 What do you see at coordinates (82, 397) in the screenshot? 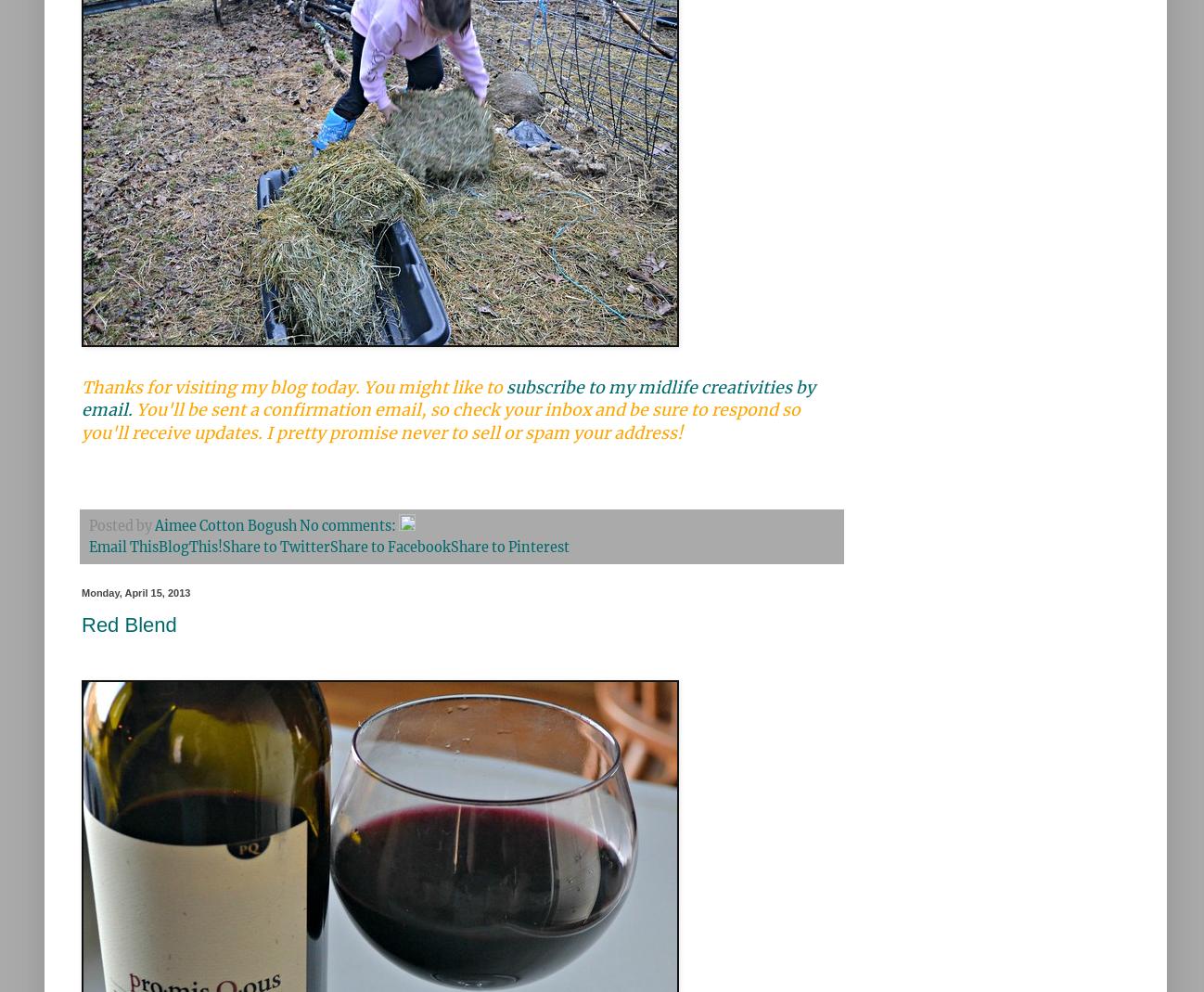
I see `'subscribe to my midlife creativities by email.'` at bounding box center [82, 397].